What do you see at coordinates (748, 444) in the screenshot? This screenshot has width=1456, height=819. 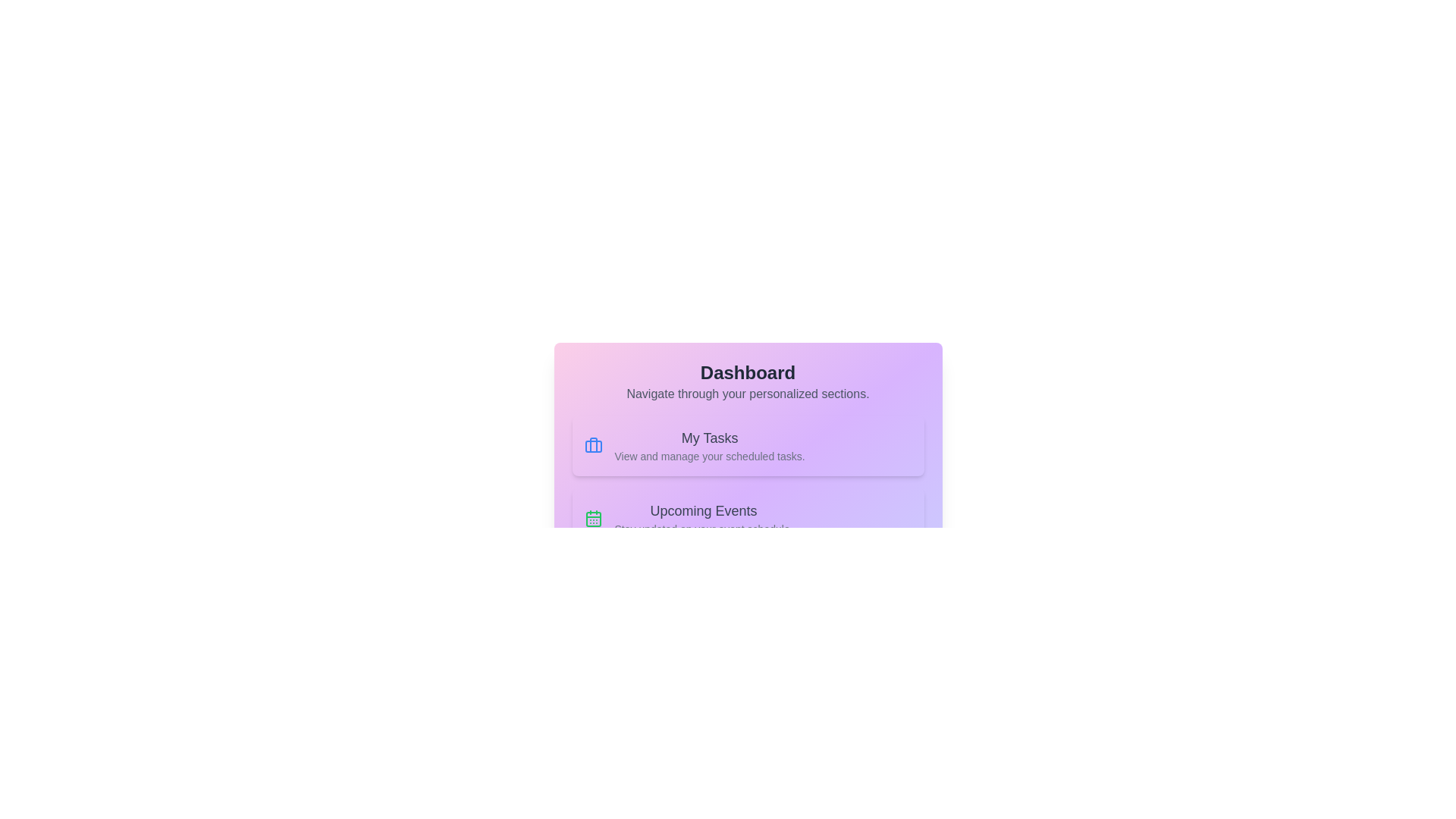 I see `the section corresponding to My Tasks` at bounding box center [748, 444].